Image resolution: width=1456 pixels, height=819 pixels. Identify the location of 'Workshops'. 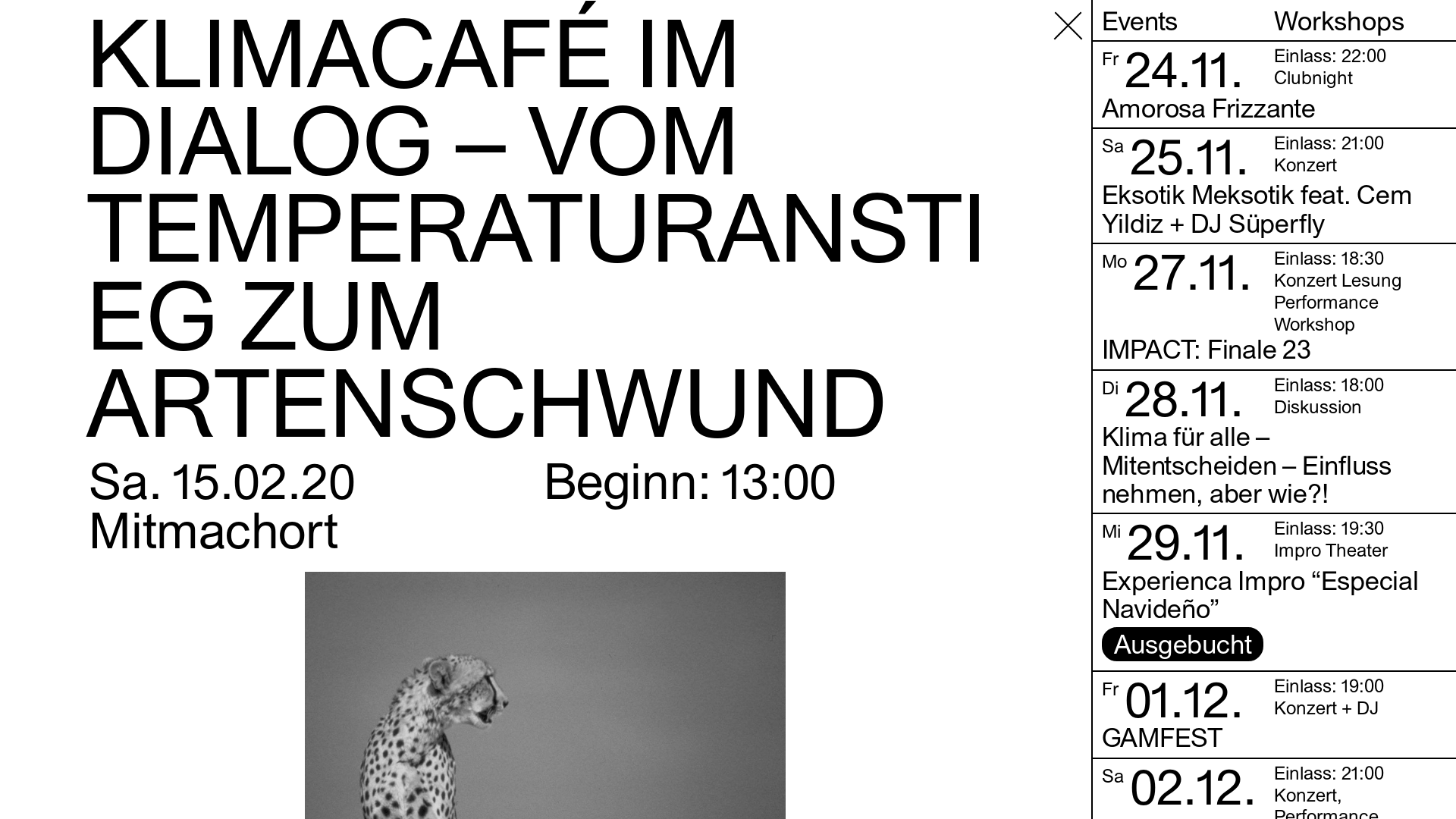
(1360, 20).